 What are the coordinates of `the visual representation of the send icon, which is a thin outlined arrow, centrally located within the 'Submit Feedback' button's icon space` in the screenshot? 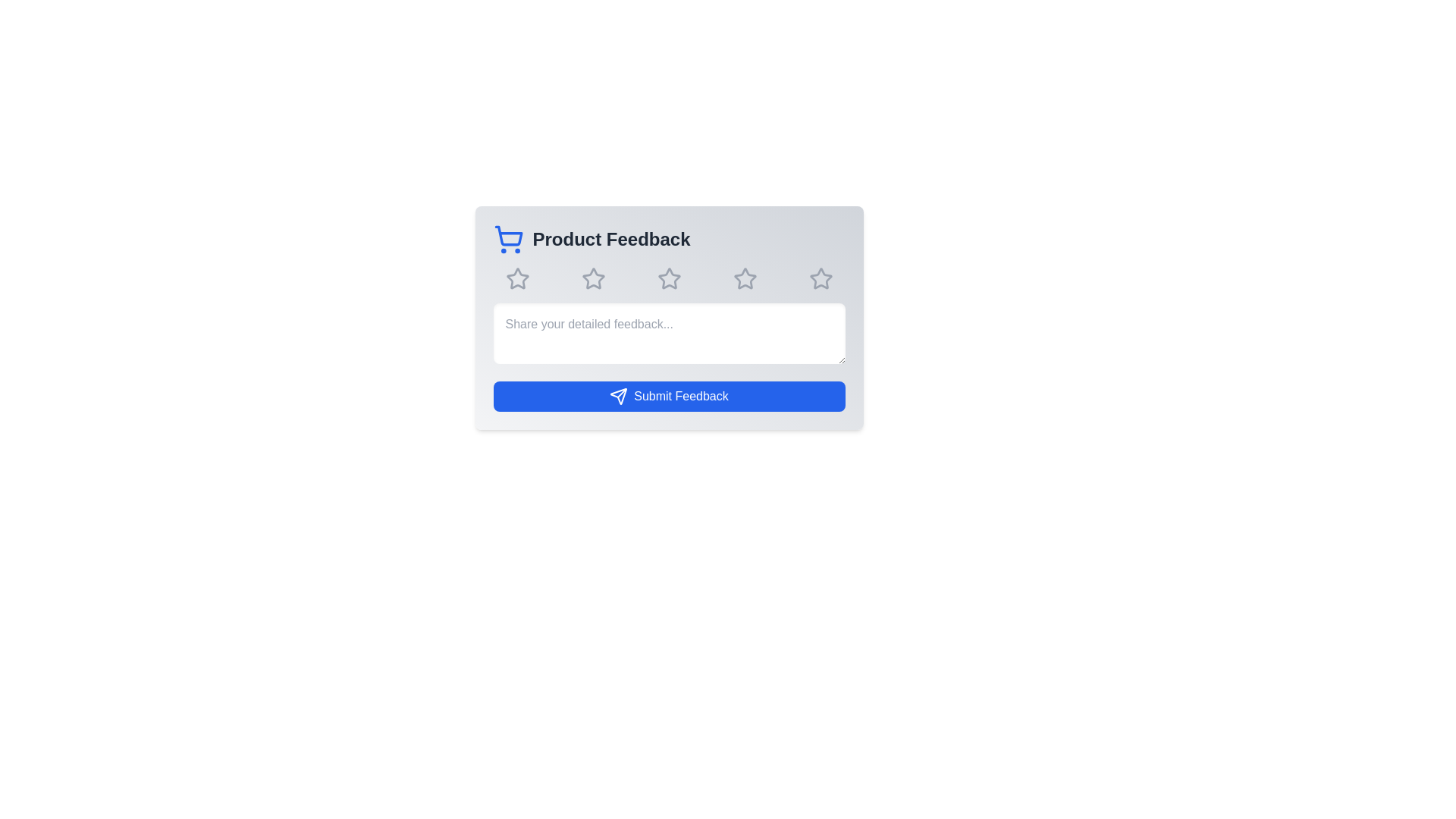 It's located at (619, 396).